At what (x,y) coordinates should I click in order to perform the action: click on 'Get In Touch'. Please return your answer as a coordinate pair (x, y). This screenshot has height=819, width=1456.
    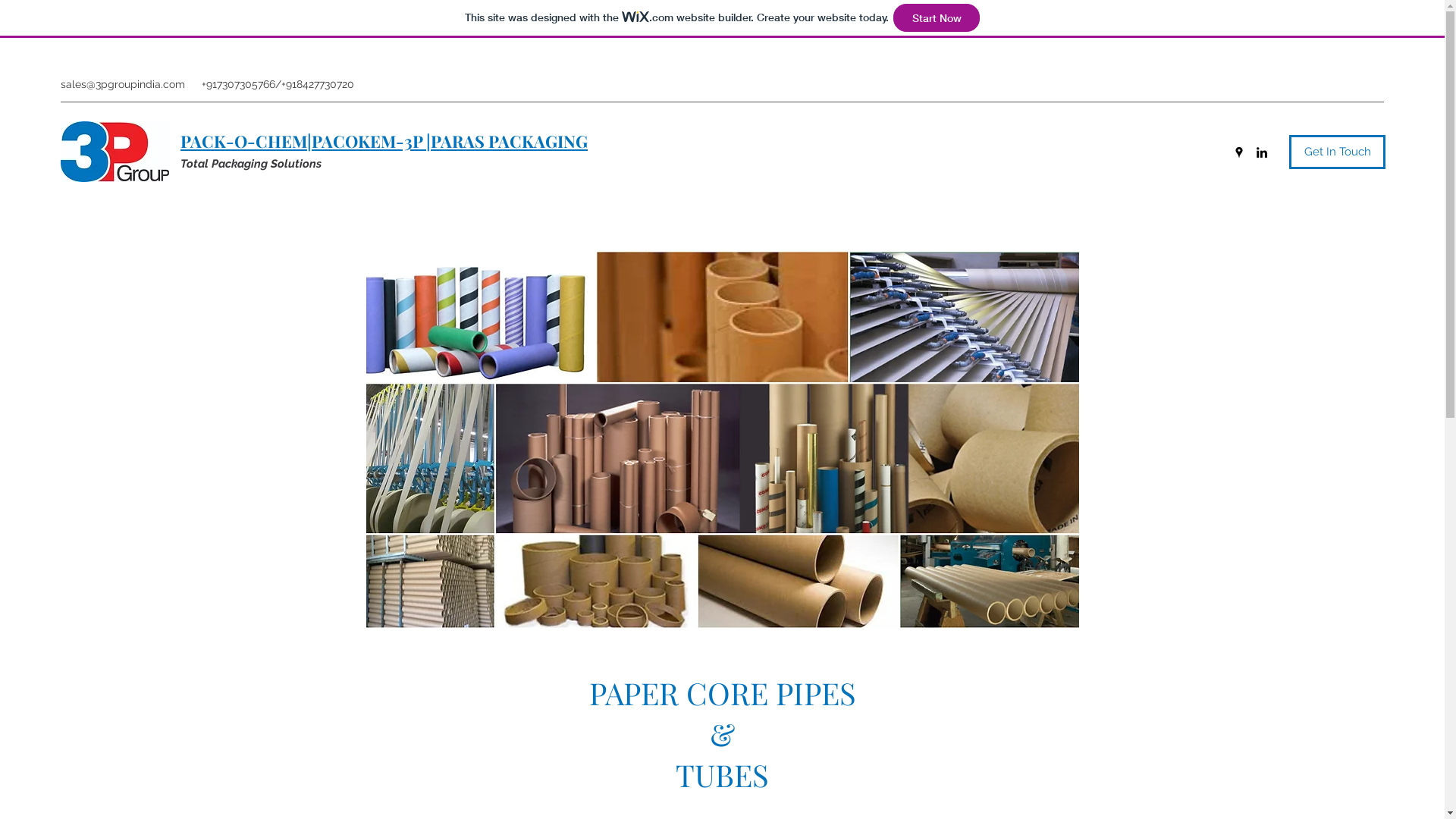
    Looking at the image, I should click on (1337, 152).